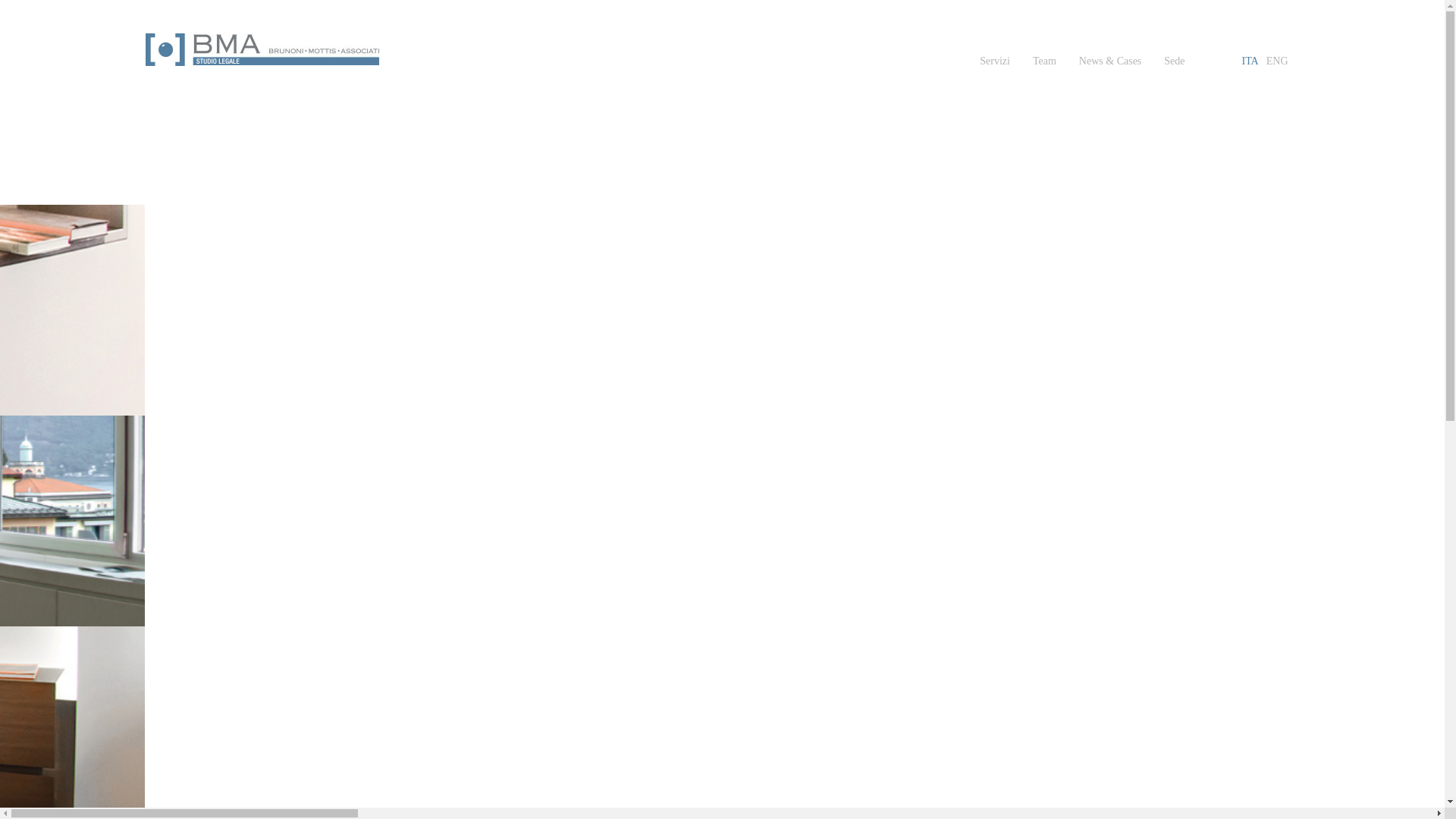 The width and height of the screenshot is (1456, 819). I want to click on 'ITA', so click(1250, 61).